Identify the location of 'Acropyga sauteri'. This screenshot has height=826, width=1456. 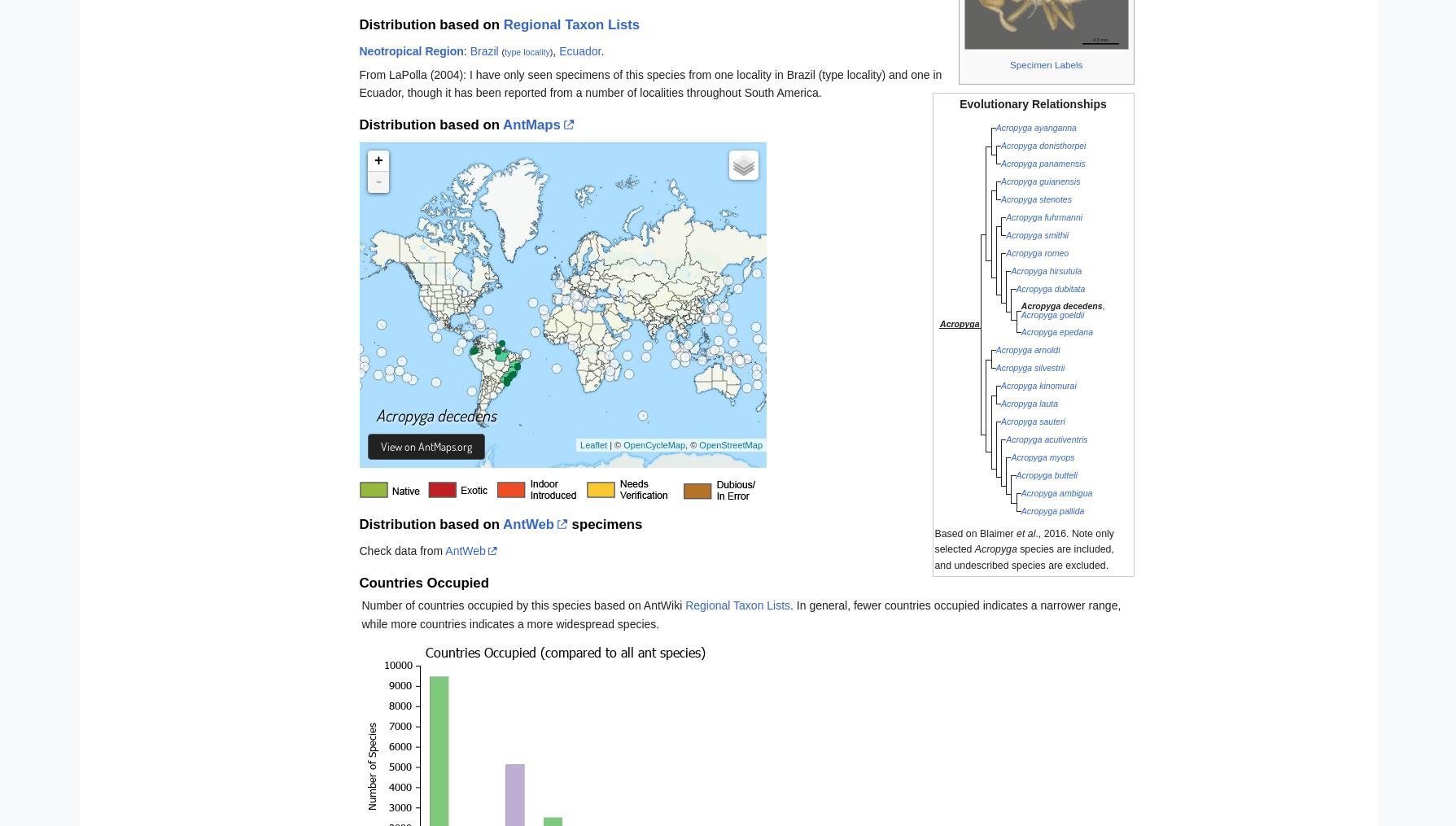
(1032, 421).